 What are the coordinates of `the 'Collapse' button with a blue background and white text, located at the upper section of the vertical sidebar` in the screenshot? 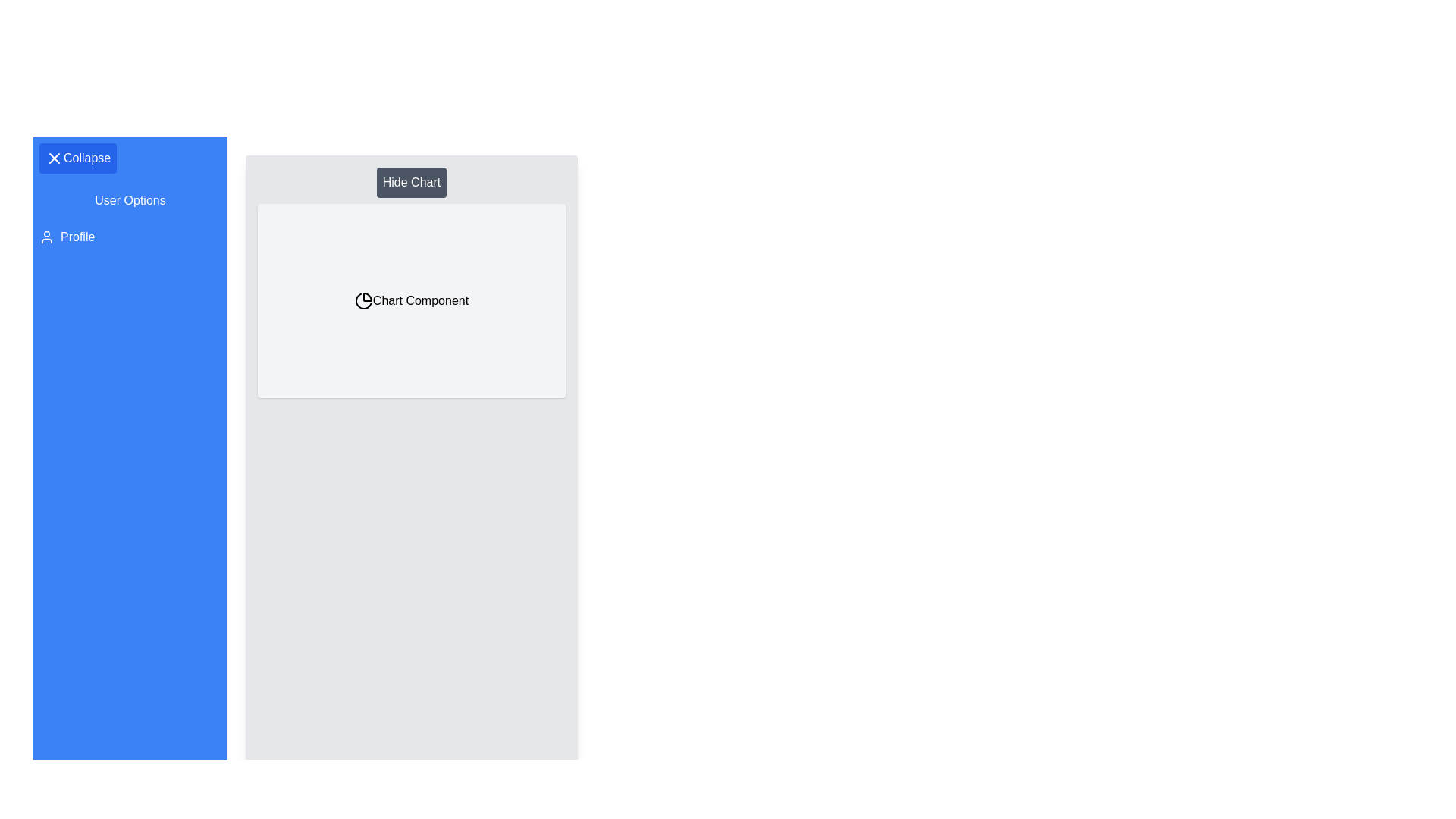 It's located at (77, 158).